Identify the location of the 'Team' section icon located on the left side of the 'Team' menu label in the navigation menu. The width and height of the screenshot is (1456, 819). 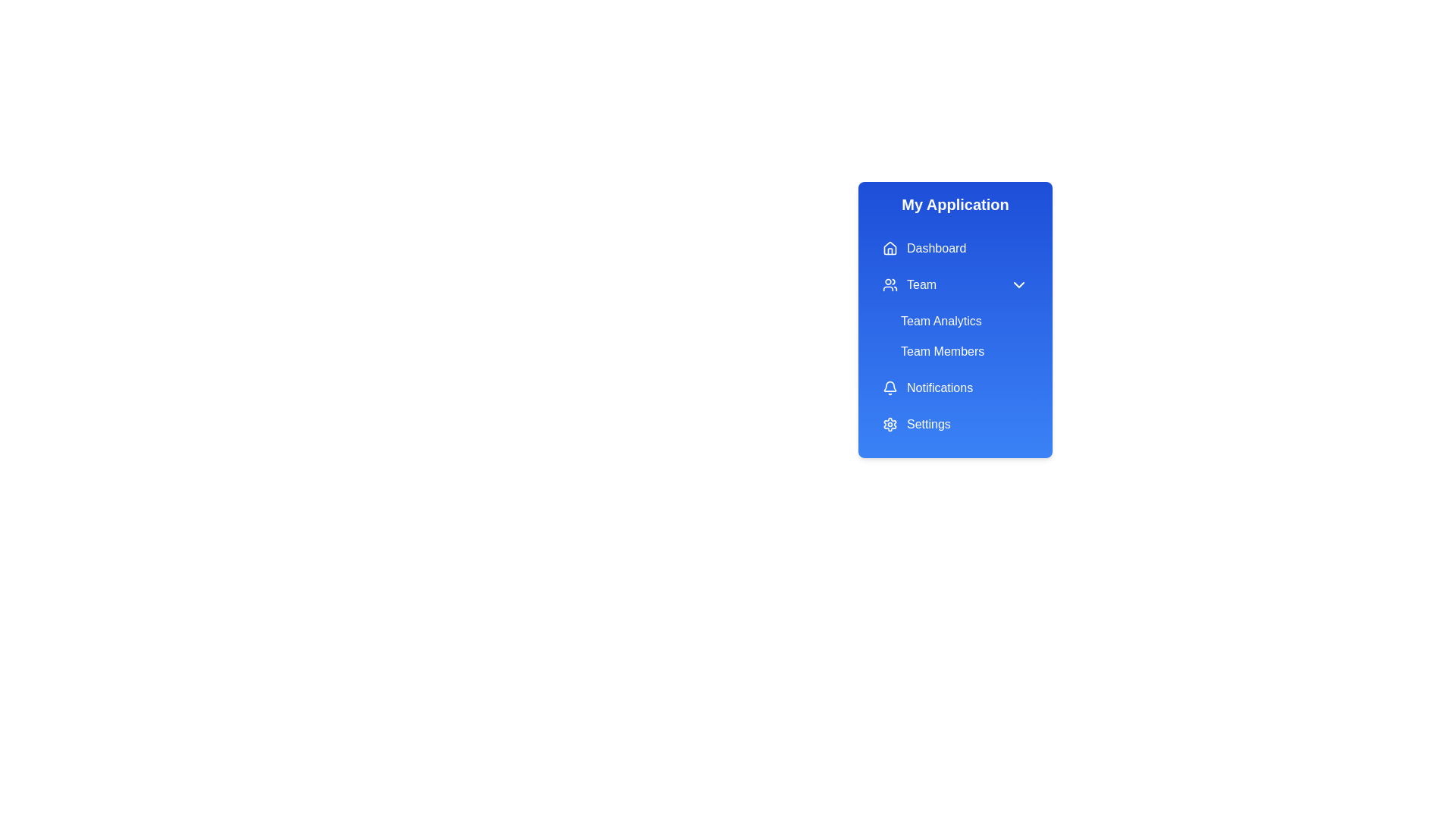
(890, 284).